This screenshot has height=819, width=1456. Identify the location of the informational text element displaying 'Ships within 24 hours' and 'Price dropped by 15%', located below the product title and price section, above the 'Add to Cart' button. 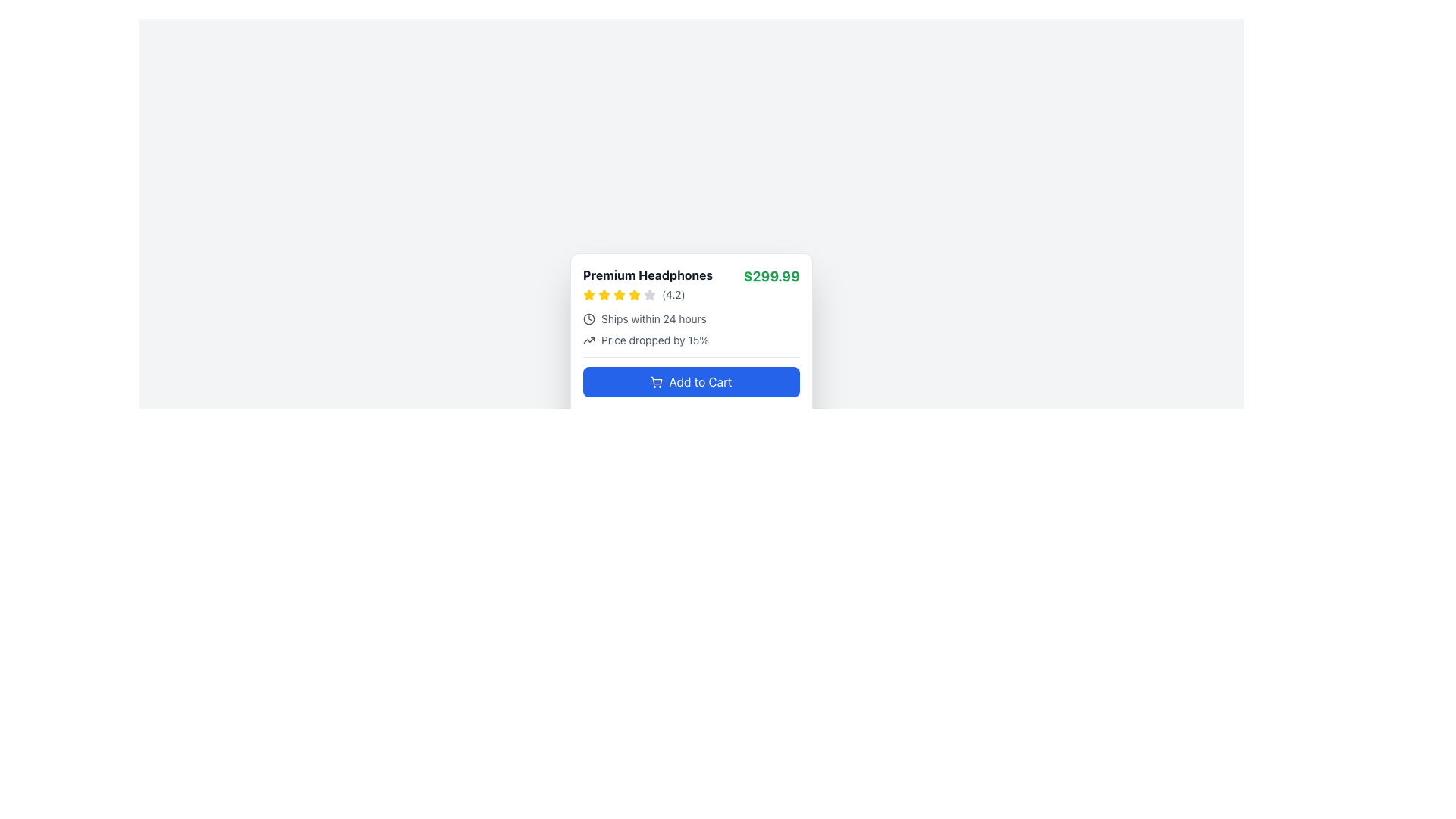
(691, 329).